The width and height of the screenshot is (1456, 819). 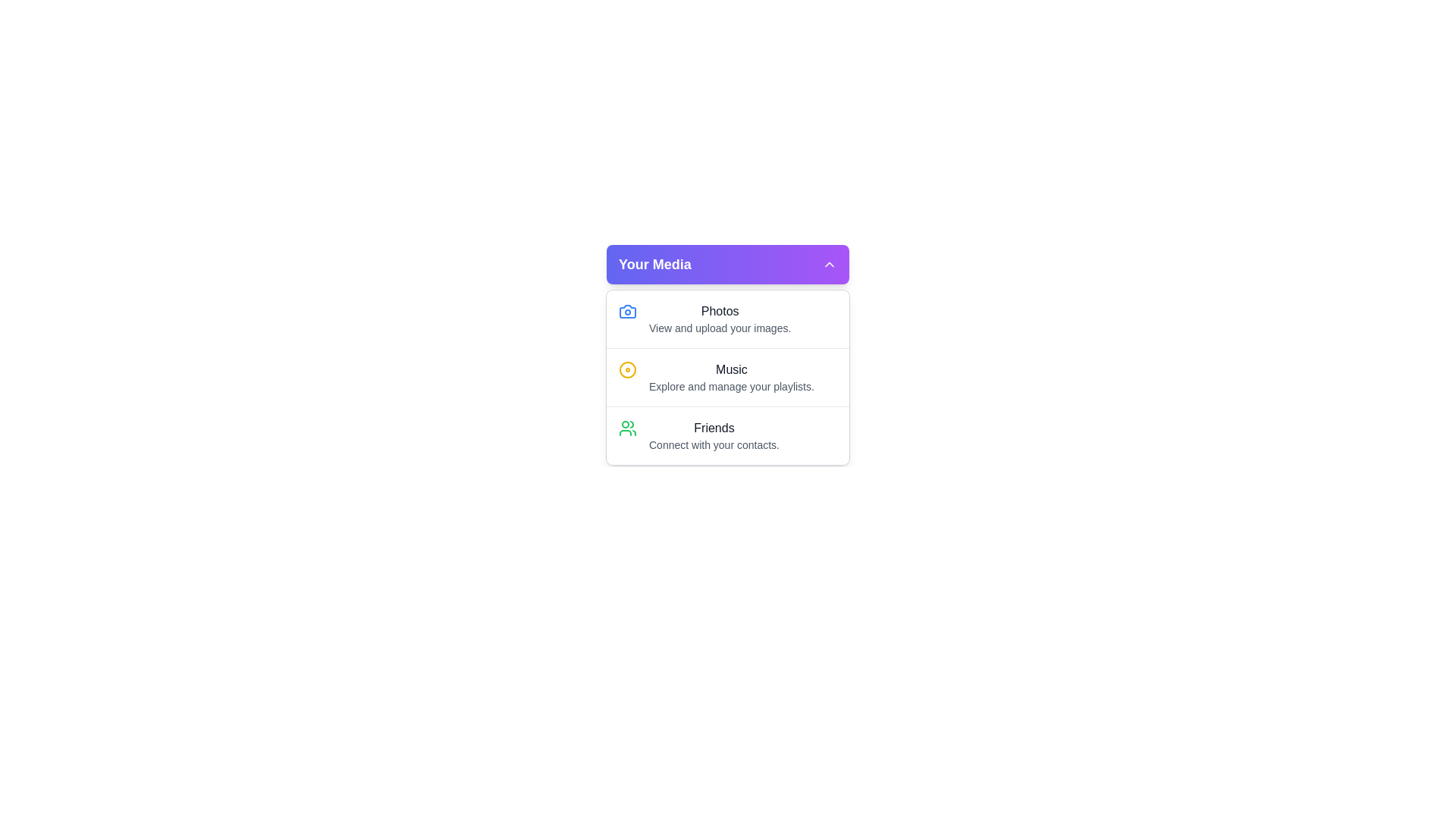 What do you see at coordinates (719, 318) in the screenshot?
I see `the 'Photos' text label element, which consists of the bold text 'Photos' and the smaller text 'View and upload your images.', located in the 'Your Media' section next to a blue camera icon` at bounding box center [719, 318].